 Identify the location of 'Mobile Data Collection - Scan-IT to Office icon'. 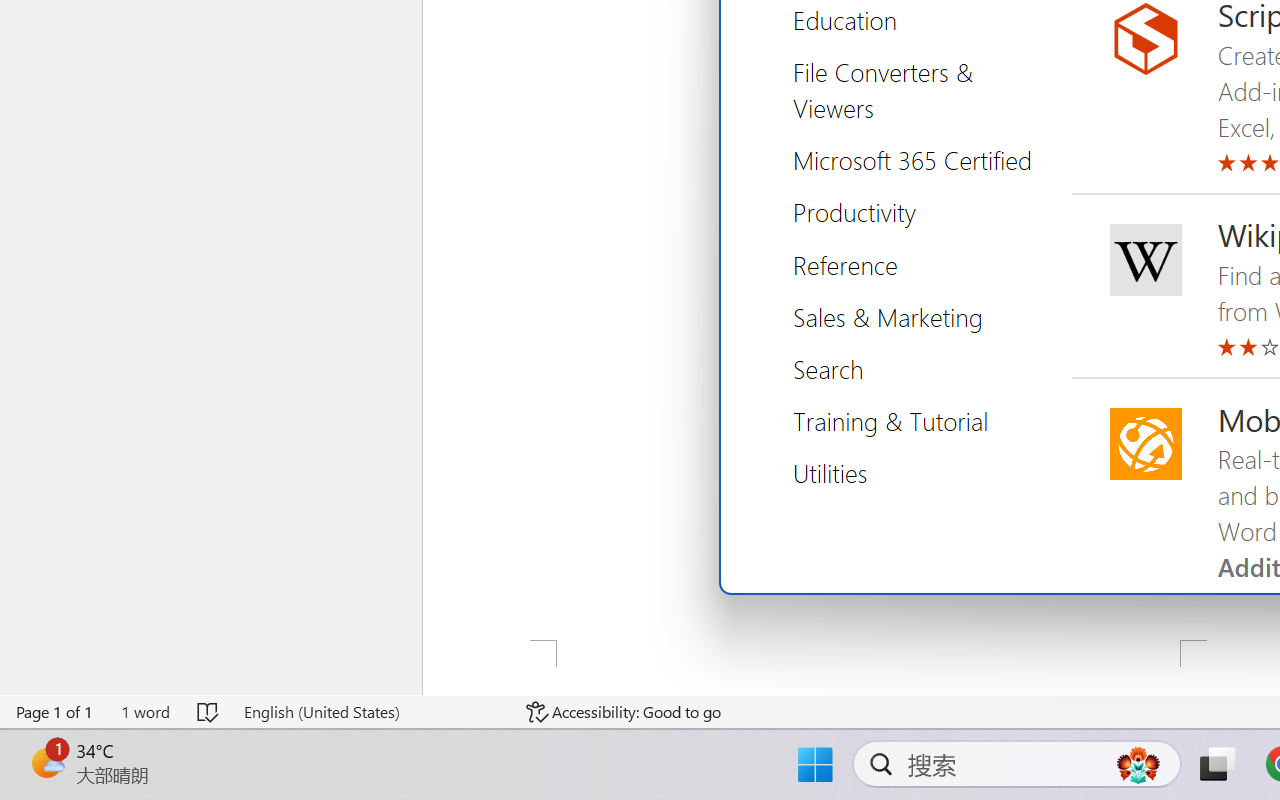
(1145, 443).